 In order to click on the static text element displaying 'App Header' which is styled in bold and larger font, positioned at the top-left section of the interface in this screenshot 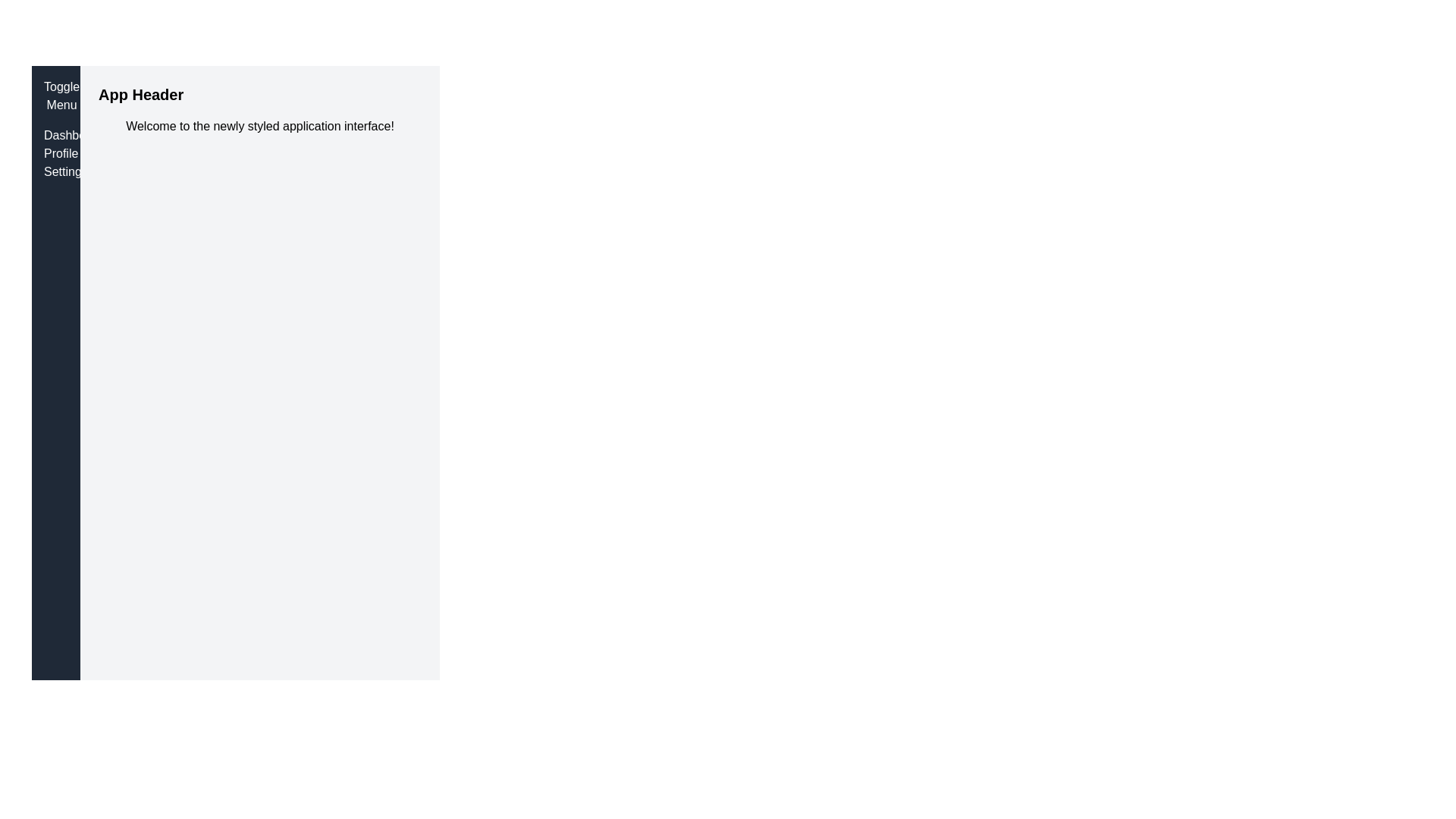, I will do `click(141, 94)`.